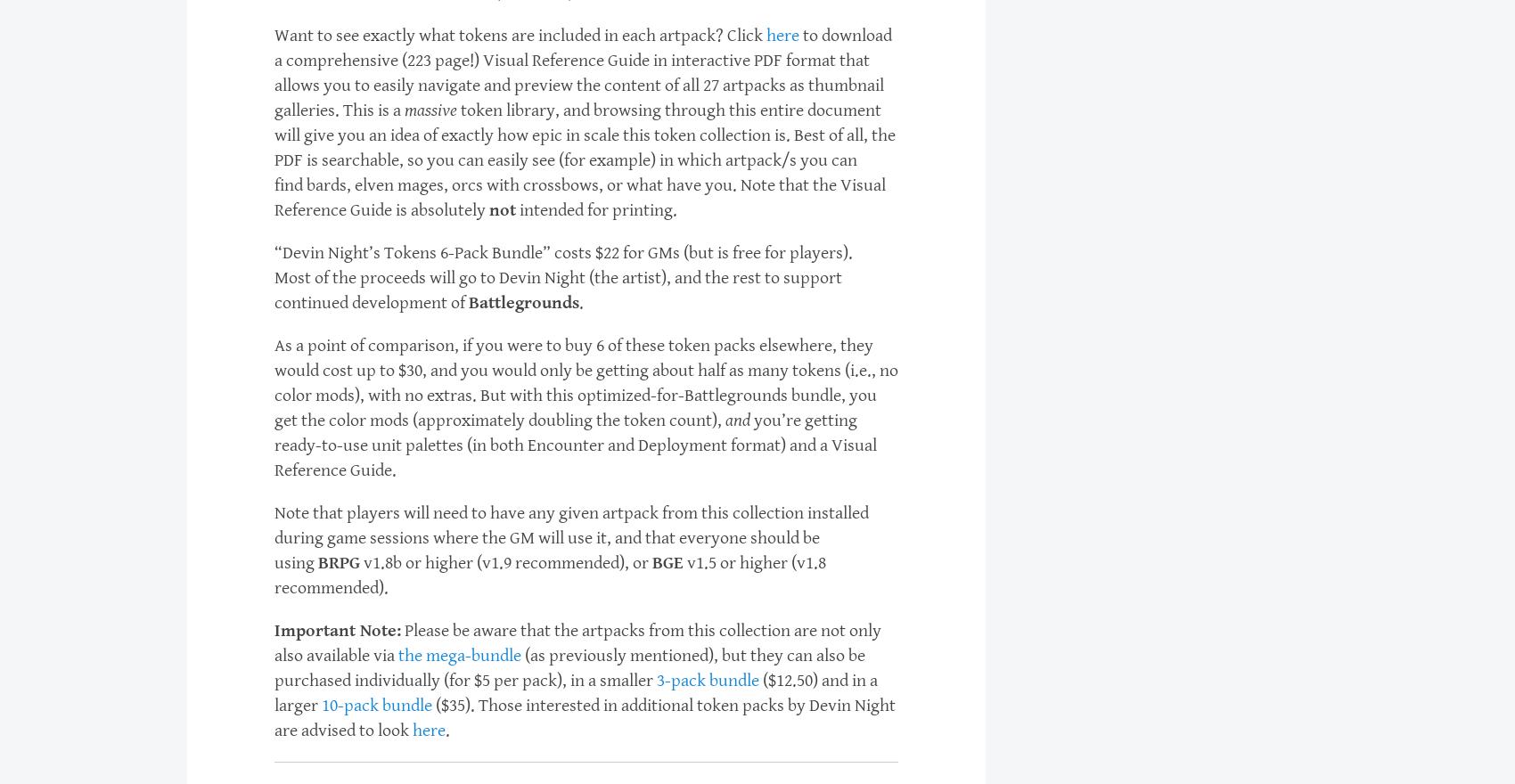  I want to click on 'intended for printing.', so click(596, 209).